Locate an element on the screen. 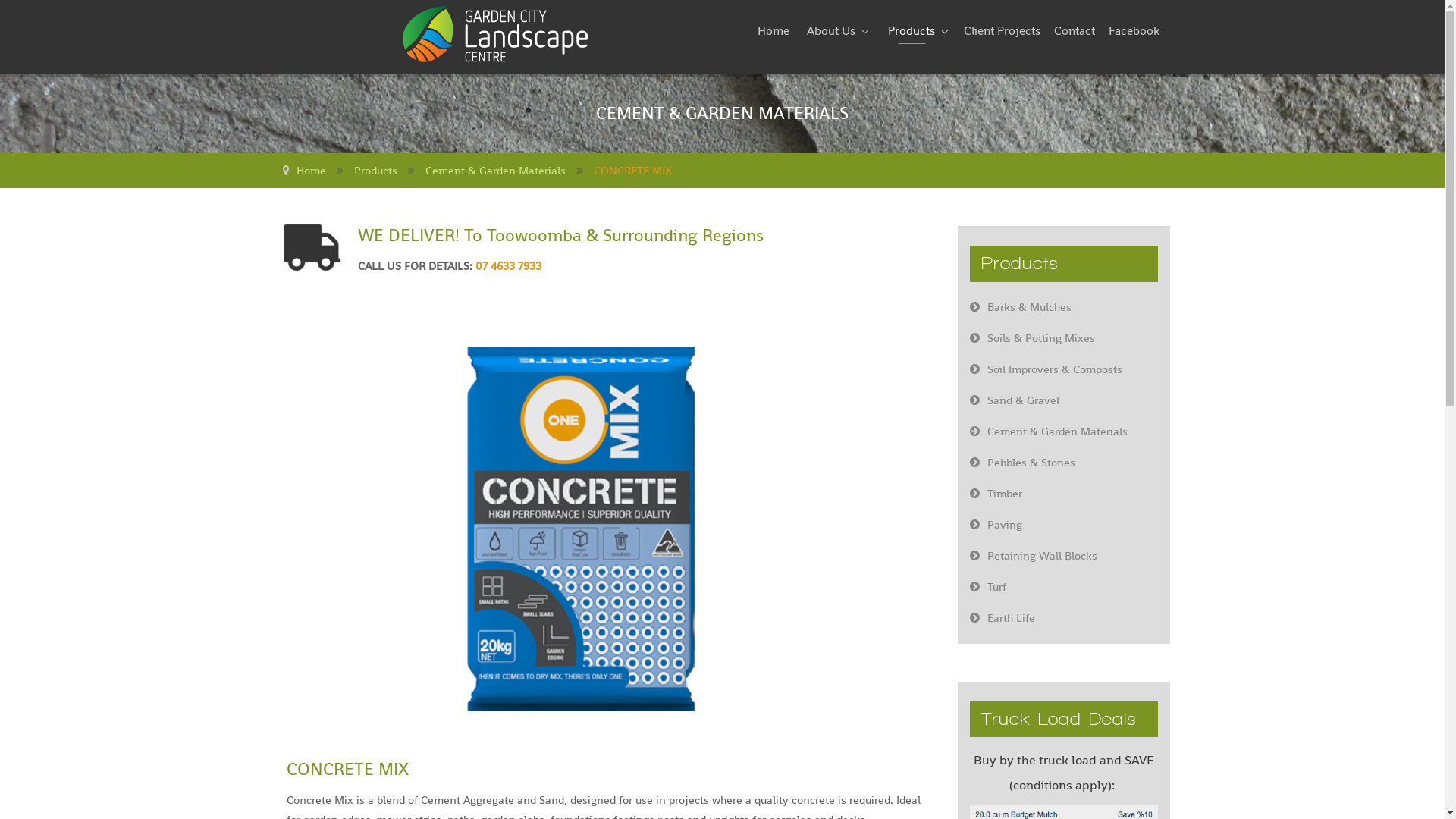  'Client Projects' is located at coordinates (1001, 31).